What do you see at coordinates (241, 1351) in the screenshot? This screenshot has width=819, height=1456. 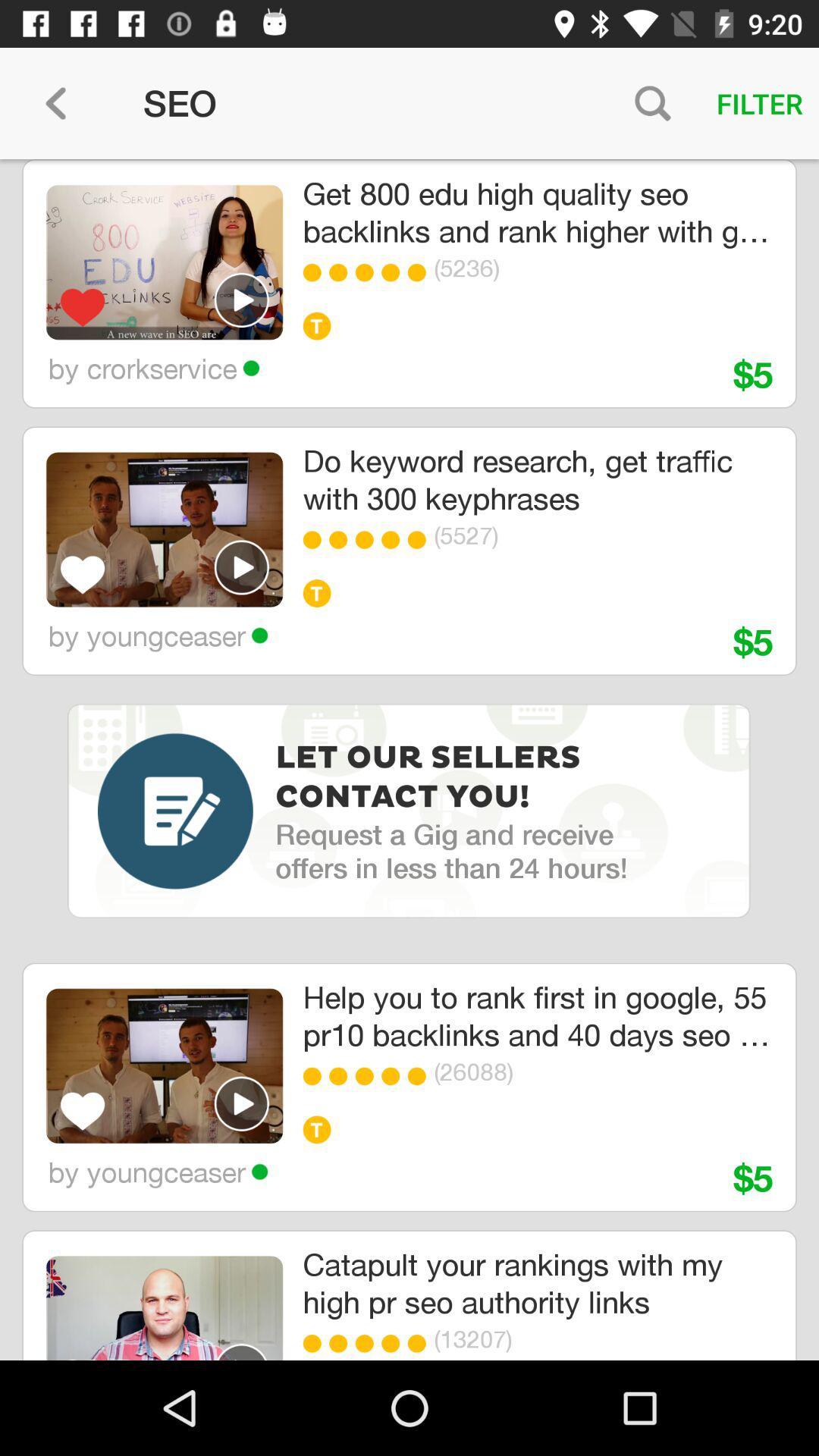 I see `video` at bounding box center [241, 1351].